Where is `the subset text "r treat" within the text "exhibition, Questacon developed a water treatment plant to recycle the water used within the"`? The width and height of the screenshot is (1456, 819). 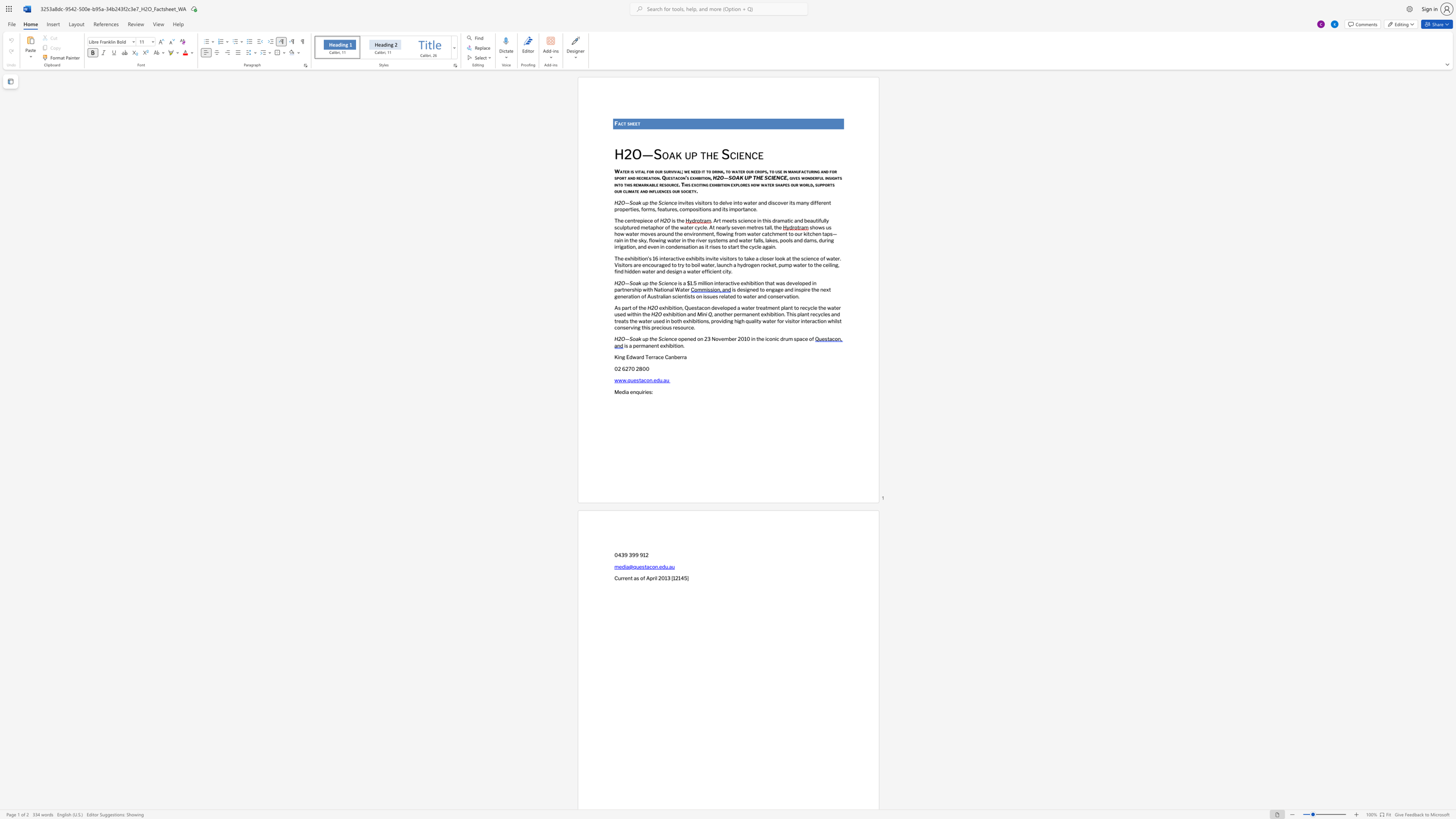
the subset text "r treat" within the text "exhibition, Questacon developed a water treatment plant to recycle the water used within the" is located at coordinates (752, 307).